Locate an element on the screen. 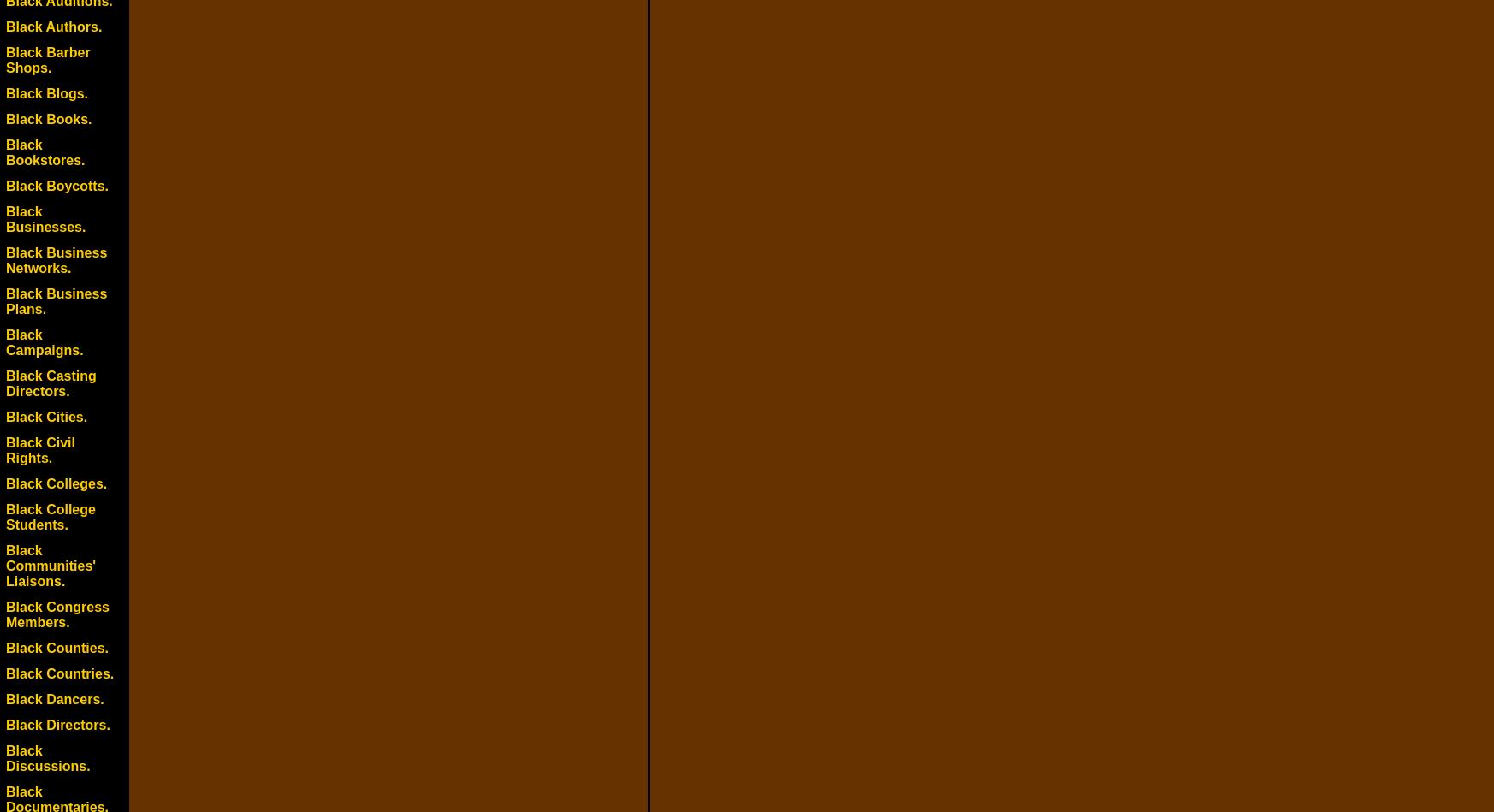 The height and width of the screenshot is (812, 1494). 'Black Authors.' is located at coordinates (52, 27).